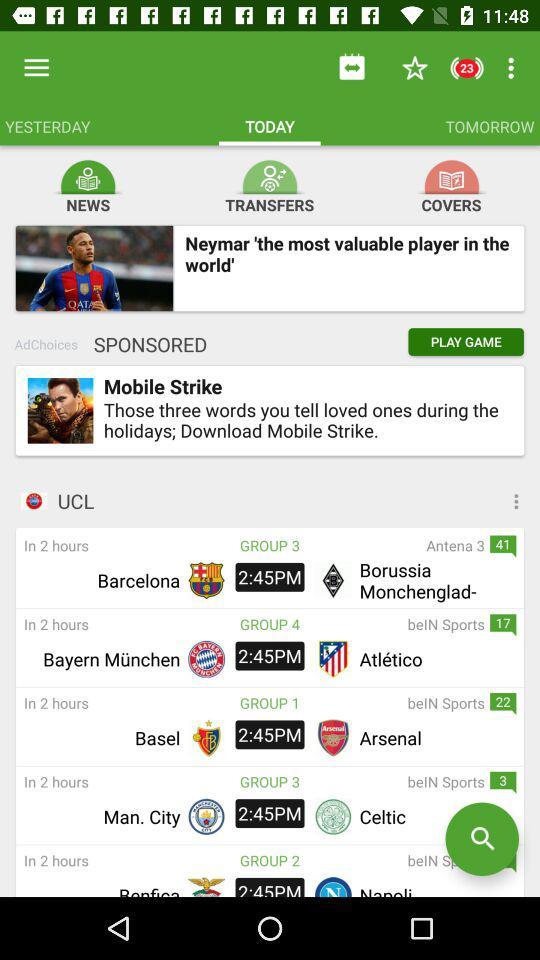  What do you see at coordinates (481, 839) in the screenshot?
I see `open search bar` at bounding box center [481, 839].